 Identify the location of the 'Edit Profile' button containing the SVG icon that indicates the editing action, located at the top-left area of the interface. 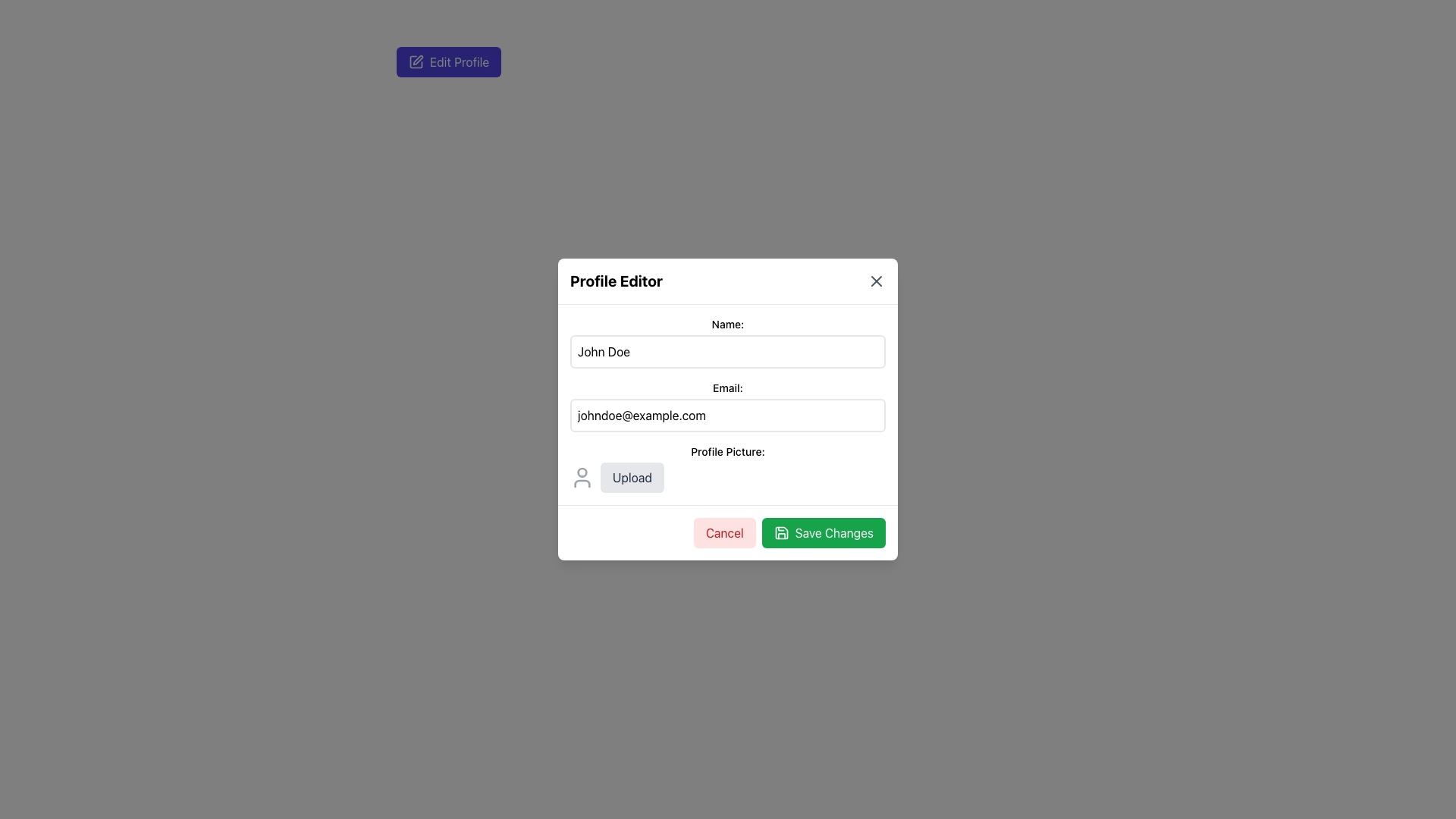
(416, 61).